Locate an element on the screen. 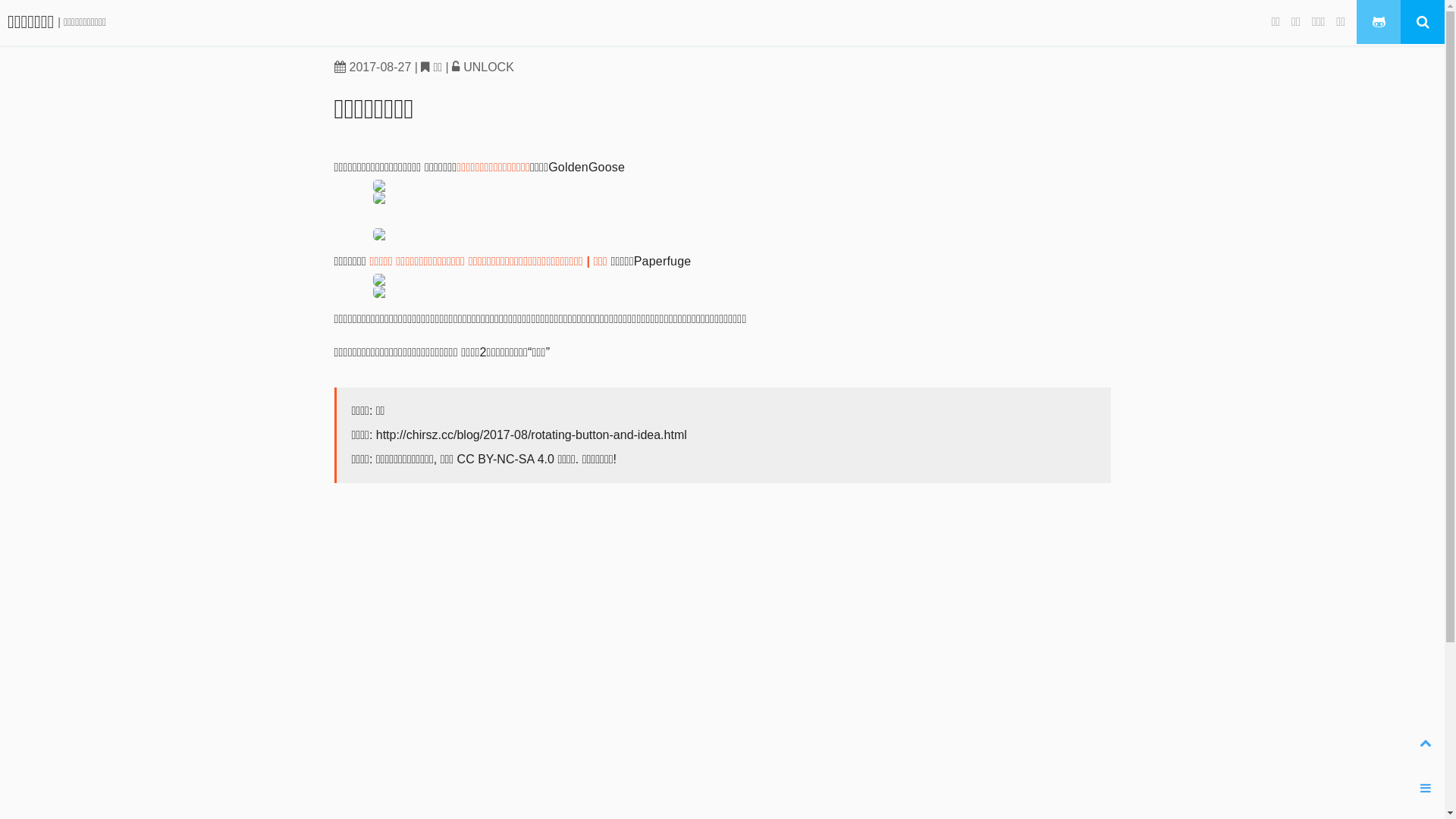 This screenshot has width=1456, height=819. 'http://chirsz.cc/blog/2017-08/rotating-button-and-idea.html' is located at coordinates (531, 435).